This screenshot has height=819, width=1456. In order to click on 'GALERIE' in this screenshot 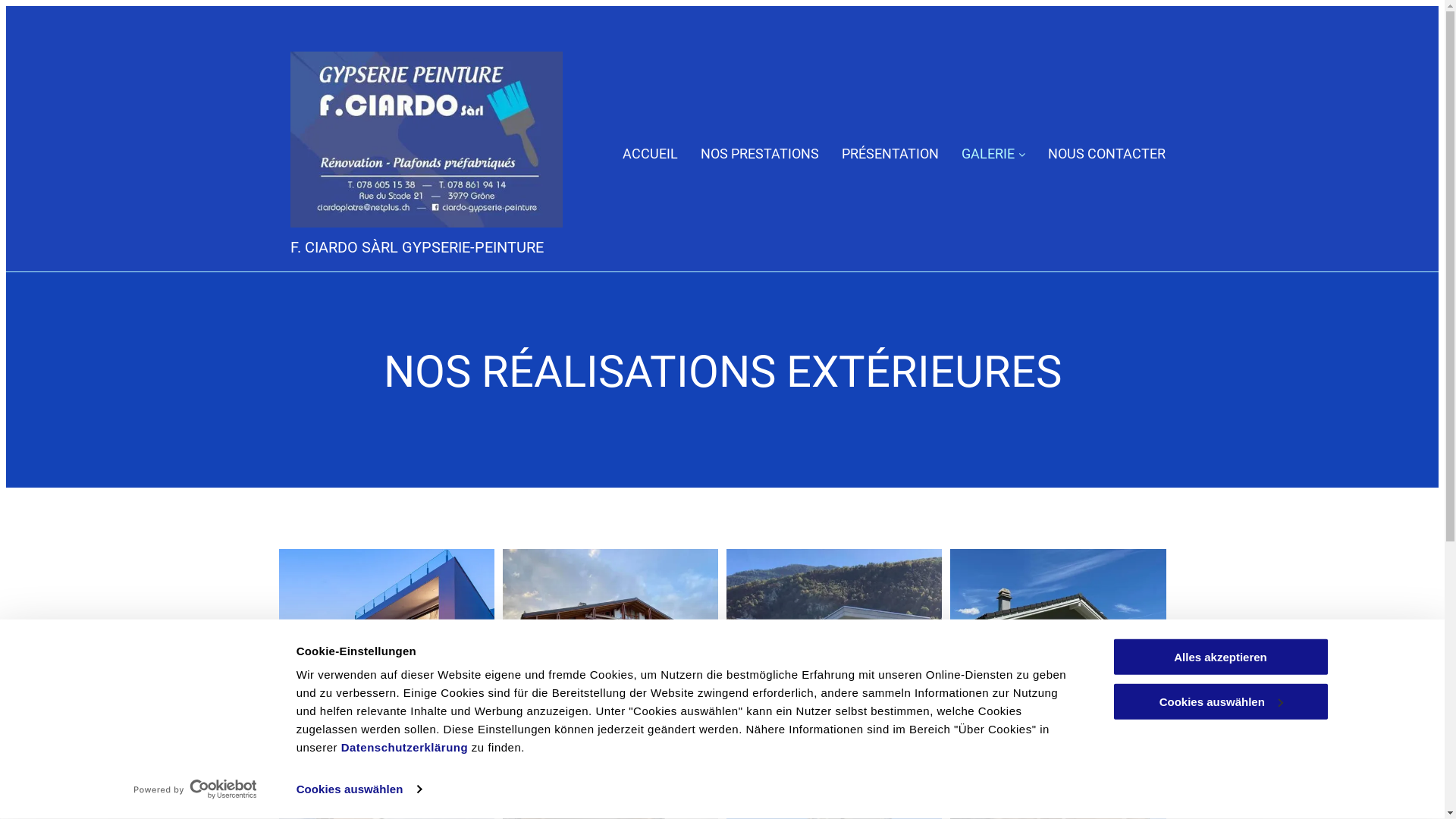, I will do `click(993, 154)`.